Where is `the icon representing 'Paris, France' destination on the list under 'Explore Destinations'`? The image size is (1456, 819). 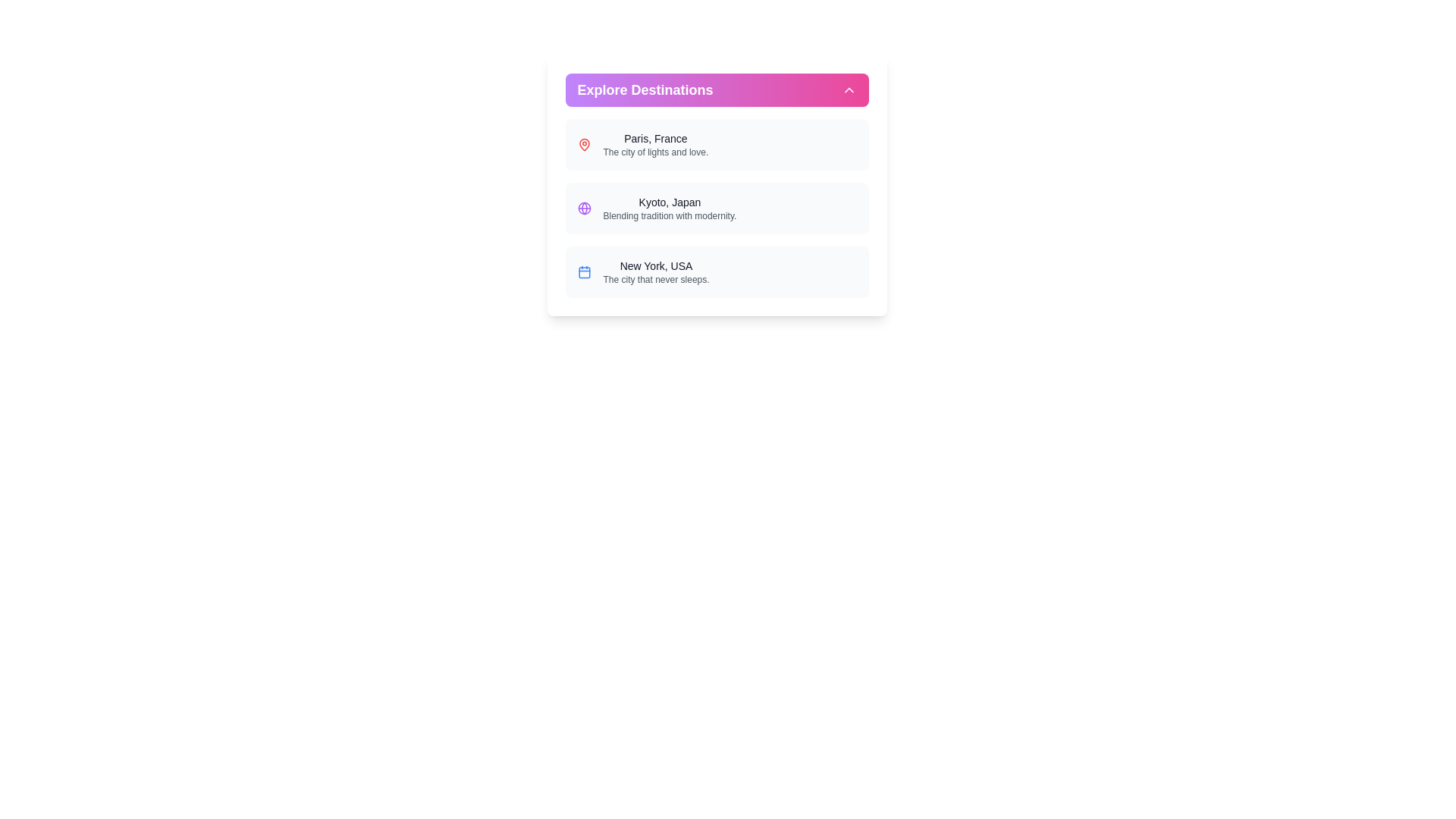
the icon representing 'Paris, France' destination on the list under 'Explore Destinations' is located at coordinates (583, 145).